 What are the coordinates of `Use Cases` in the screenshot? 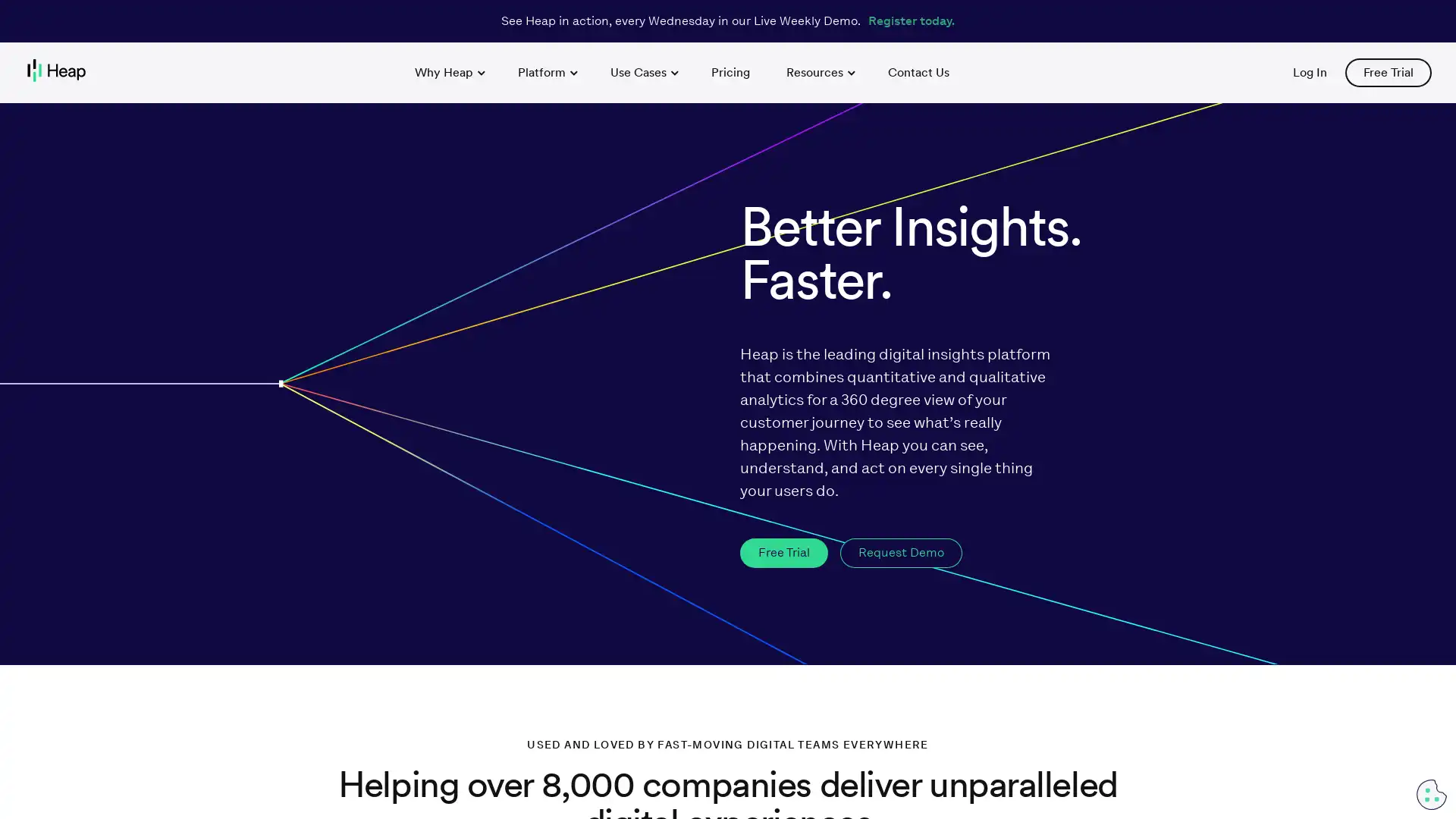 It's located at (642, 73).